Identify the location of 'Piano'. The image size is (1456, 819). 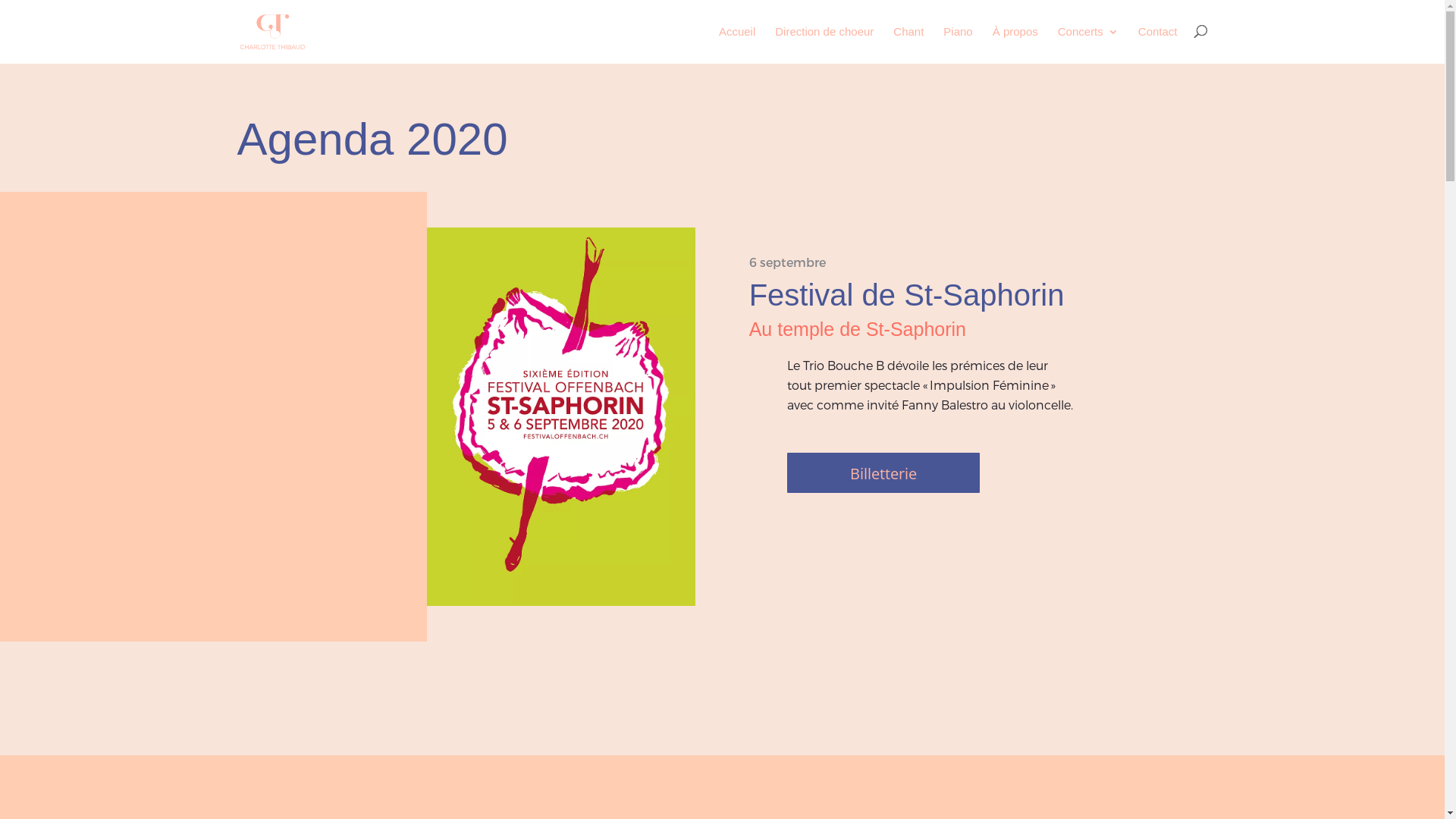
(956, 43).